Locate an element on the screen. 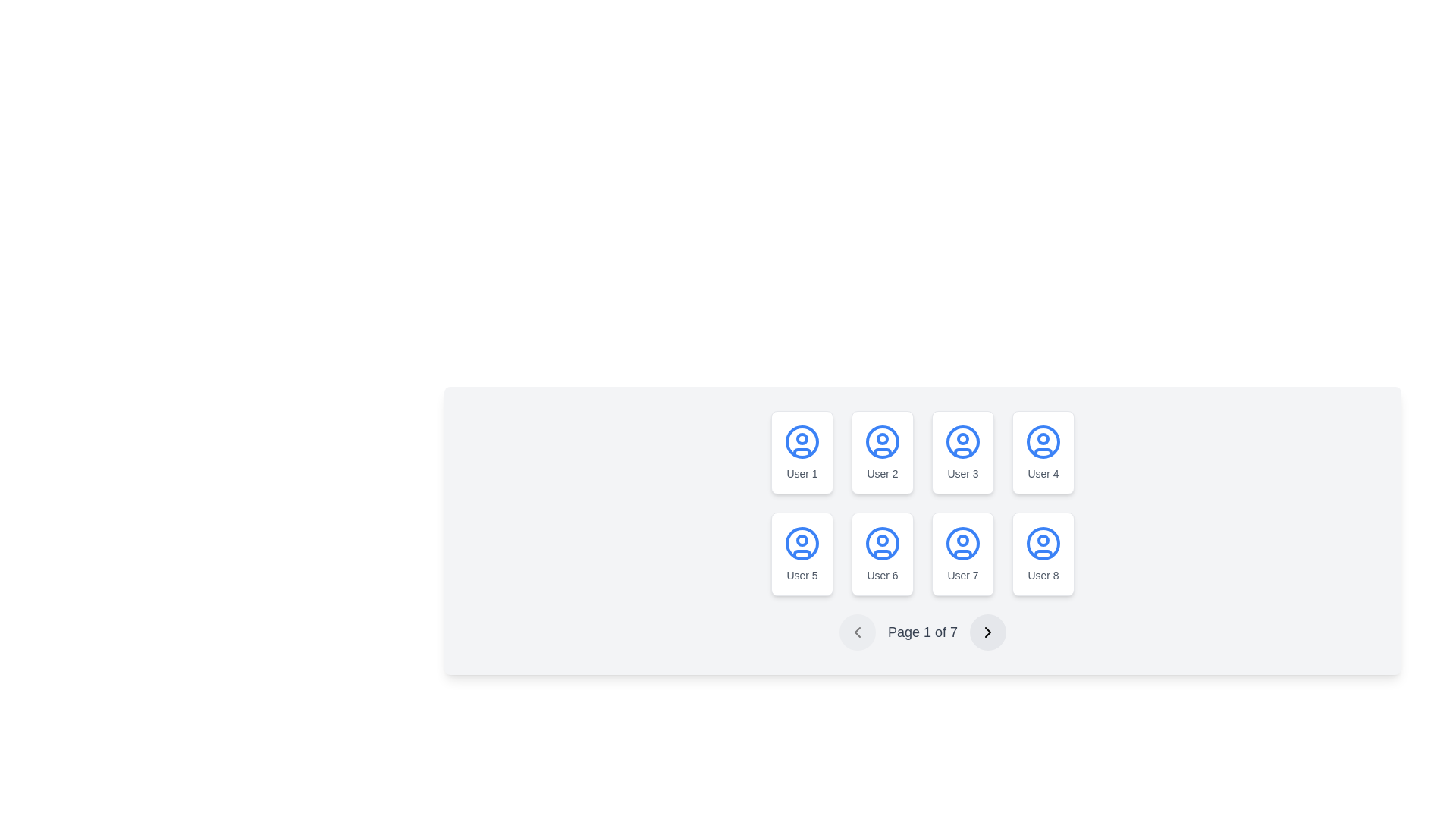 The width and height of the screenshot is (1456, 819). the circular user icon with a blue outline labeled 'User 1' is located at coordinates (801, 441).